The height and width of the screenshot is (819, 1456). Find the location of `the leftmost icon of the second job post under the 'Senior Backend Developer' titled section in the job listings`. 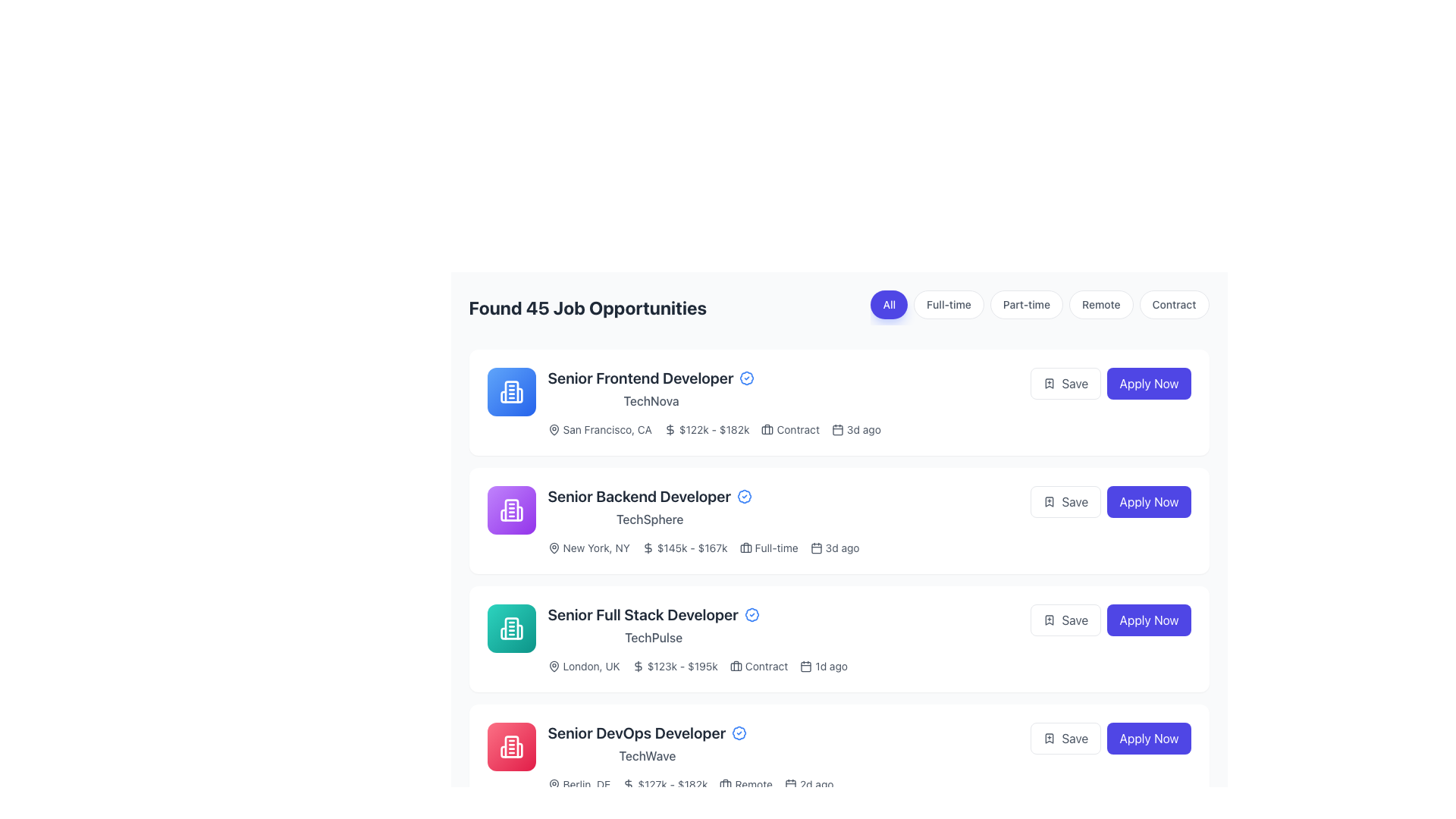

the leftmost icon of the second job post under the 'Senior Backend Developer' titled section in the job listings is located at coordinates (511, 510).